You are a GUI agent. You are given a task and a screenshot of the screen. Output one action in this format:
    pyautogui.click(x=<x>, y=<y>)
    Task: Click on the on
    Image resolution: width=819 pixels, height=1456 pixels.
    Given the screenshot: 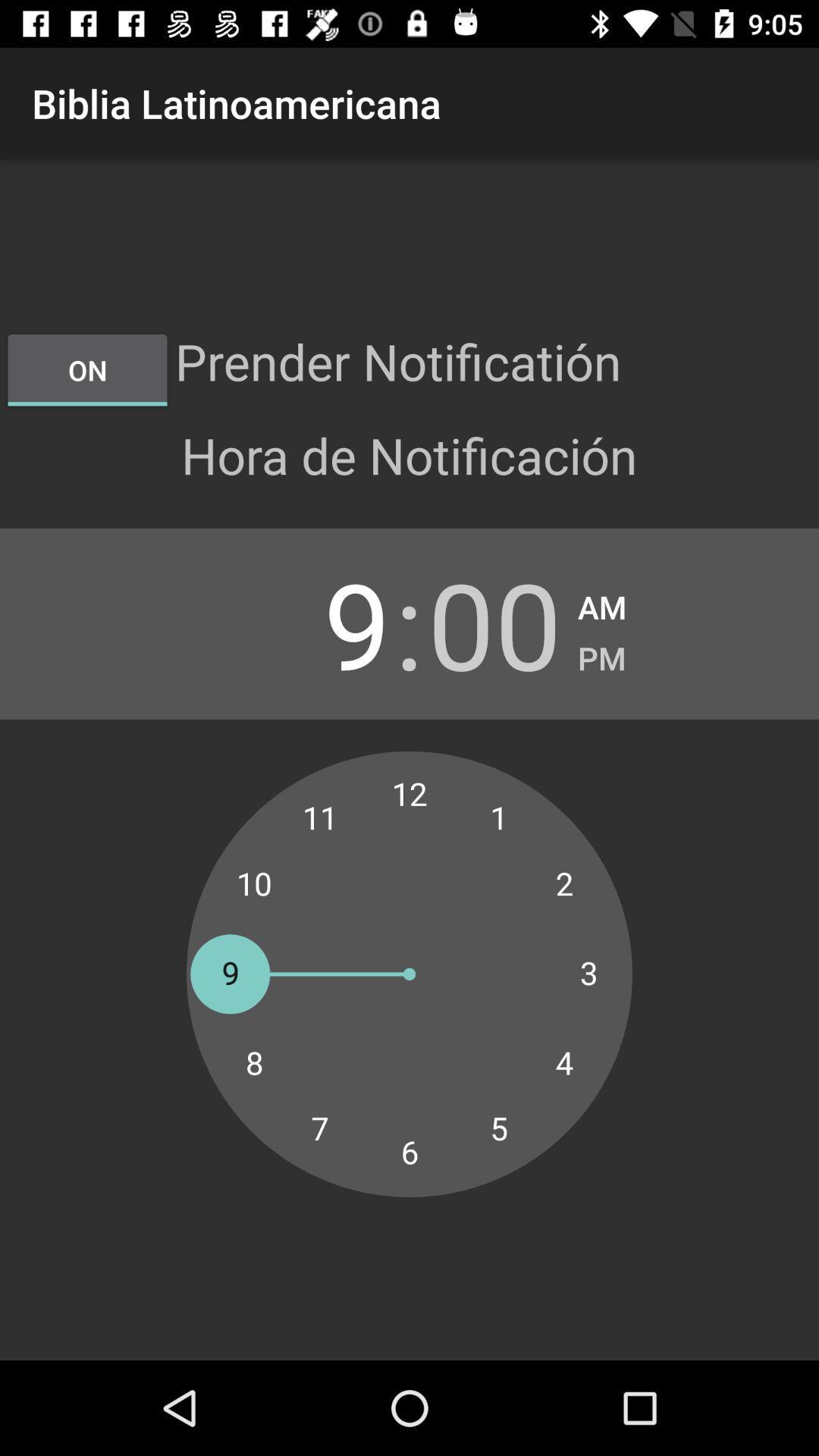 What is the action you would take?
    pyautogui.click(x=87, y=370)
    